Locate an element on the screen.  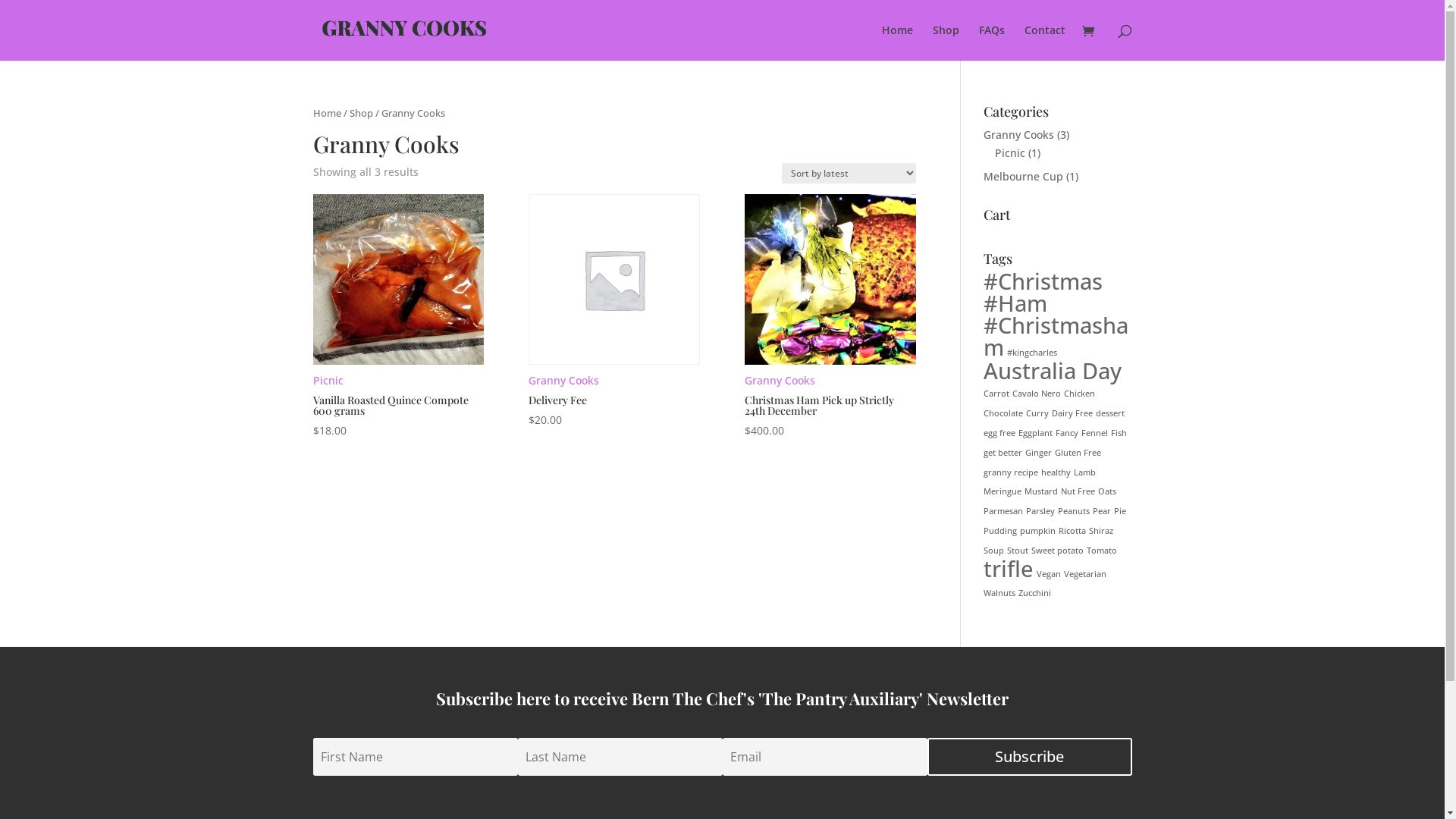
'Parsley' is located at coordinates (1040, 511).